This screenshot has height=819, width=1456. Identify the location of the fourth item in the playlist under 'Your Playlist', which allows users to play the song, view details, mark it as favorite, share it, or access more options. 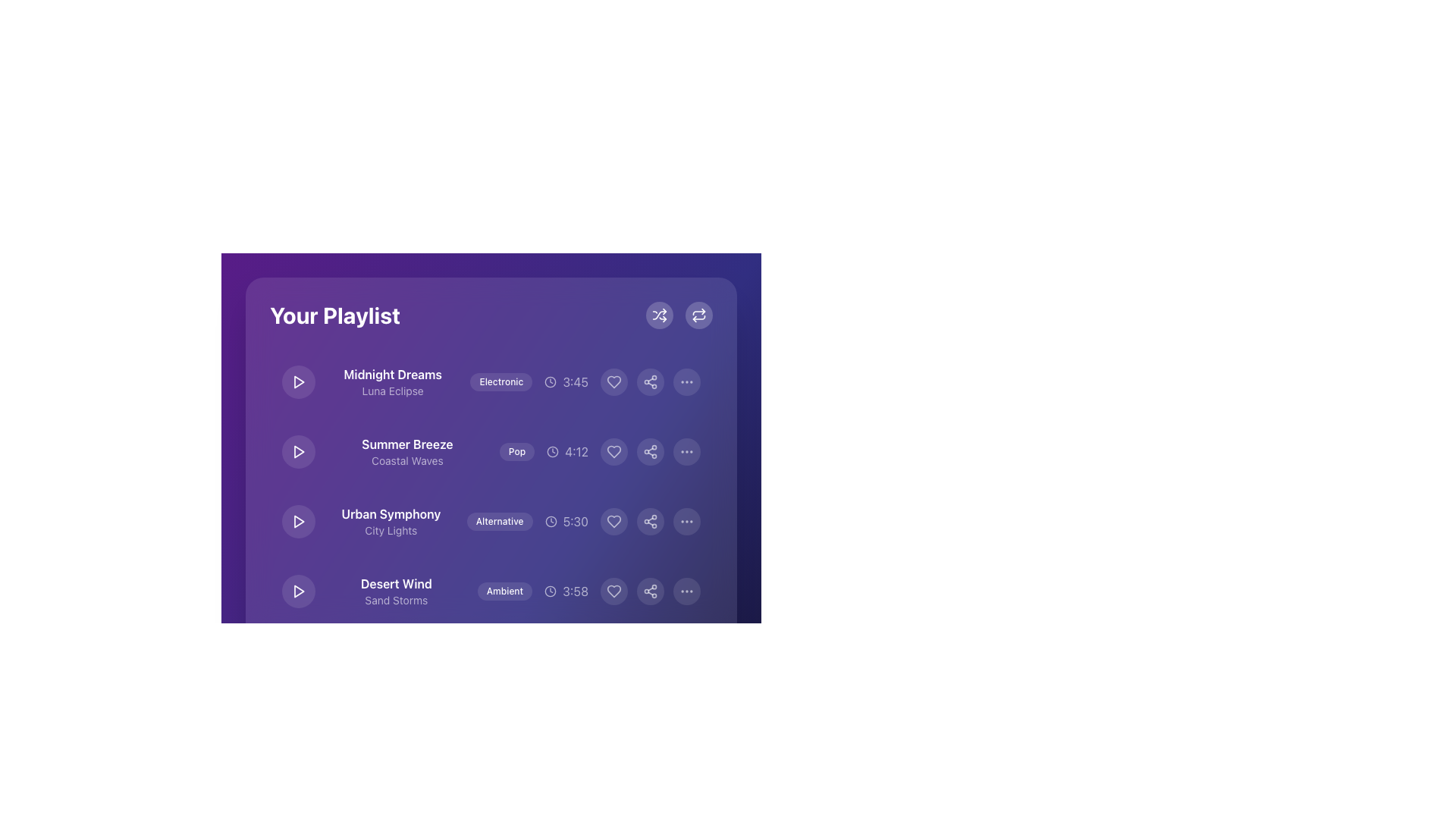
(491, 590).